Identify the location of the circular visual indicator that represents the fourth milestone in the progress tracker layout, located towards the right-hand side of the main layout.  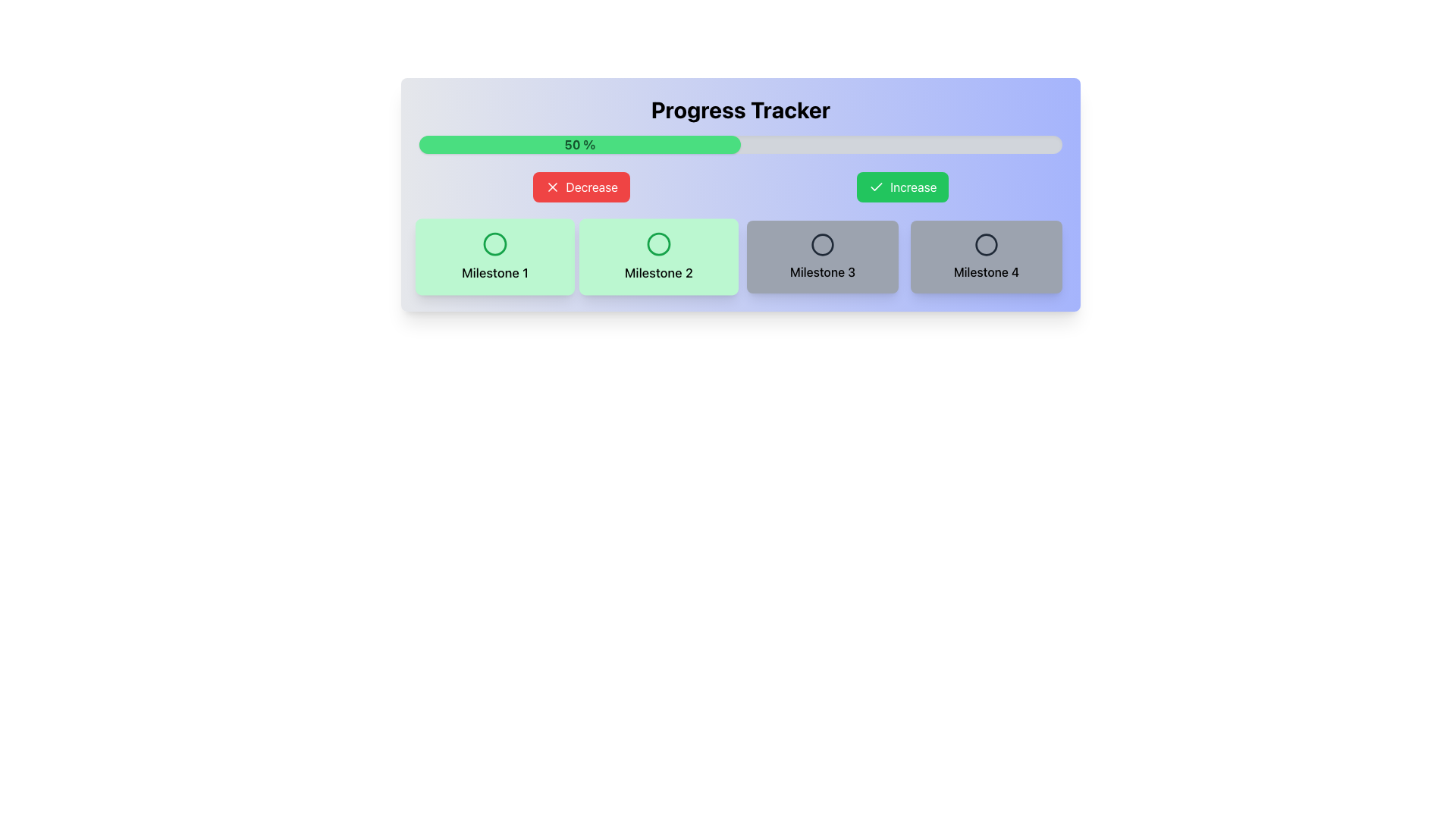
(986, 244).